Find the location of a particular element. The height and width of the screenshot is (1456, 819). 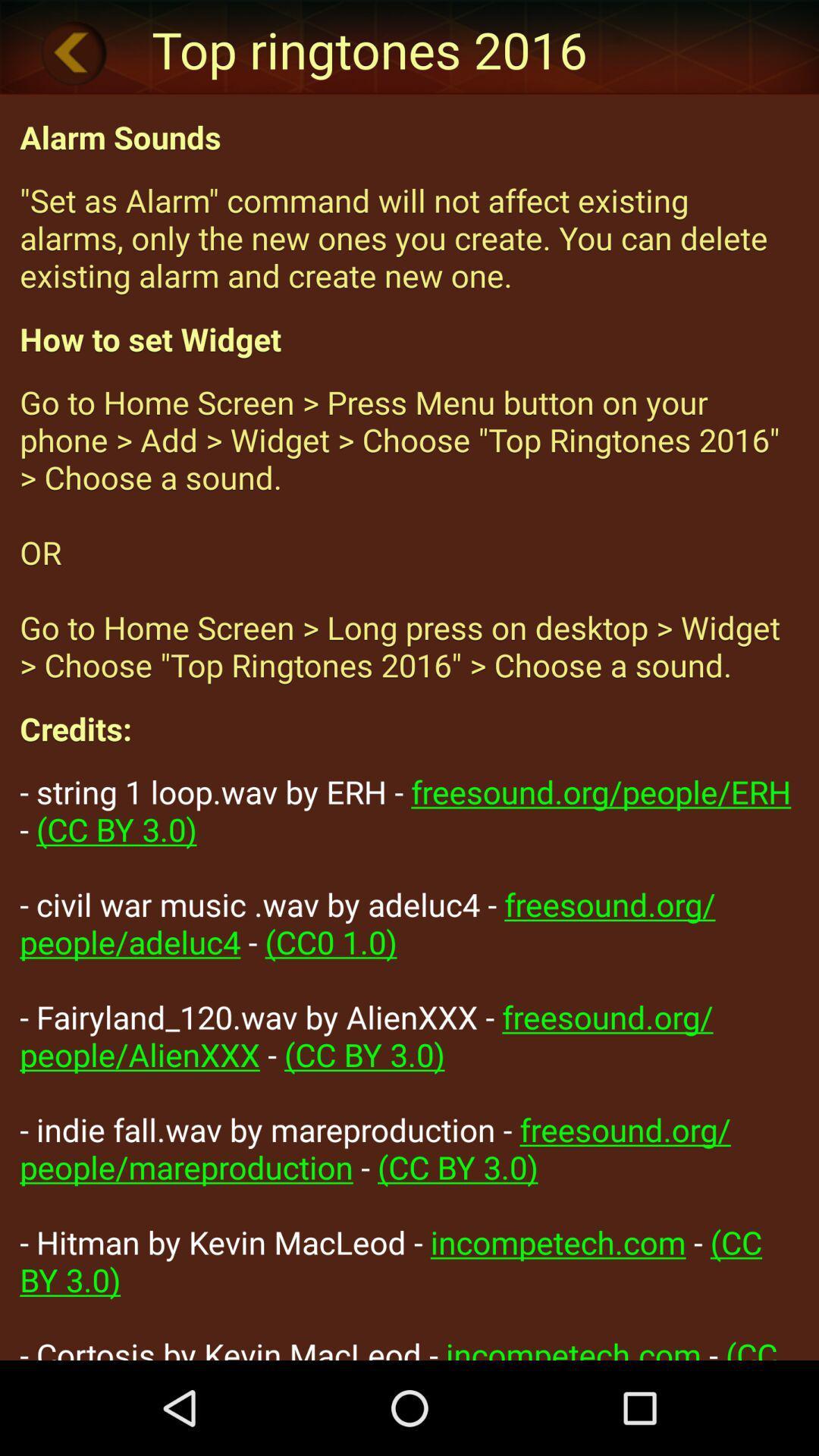

icon next to the top ringtones 2016 item is located at coordinates (74, 52).